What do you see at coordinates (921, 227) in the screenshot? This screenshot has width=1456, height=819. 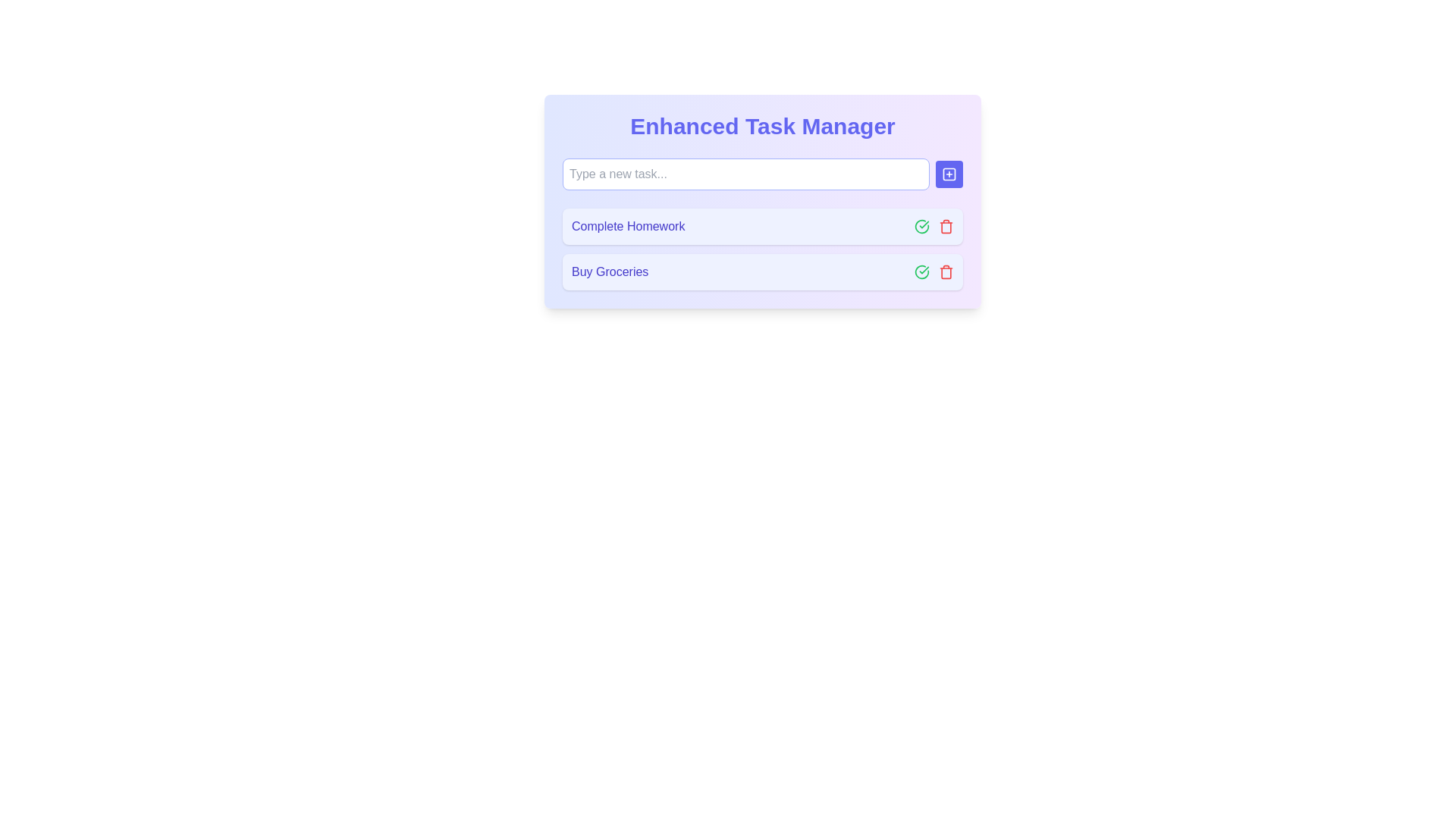 I see `the green circular checkmark icon indicating completion or success in the 'Buy Groceries' task row, located to the left of the trash icon` at bounding box center [921, 227].